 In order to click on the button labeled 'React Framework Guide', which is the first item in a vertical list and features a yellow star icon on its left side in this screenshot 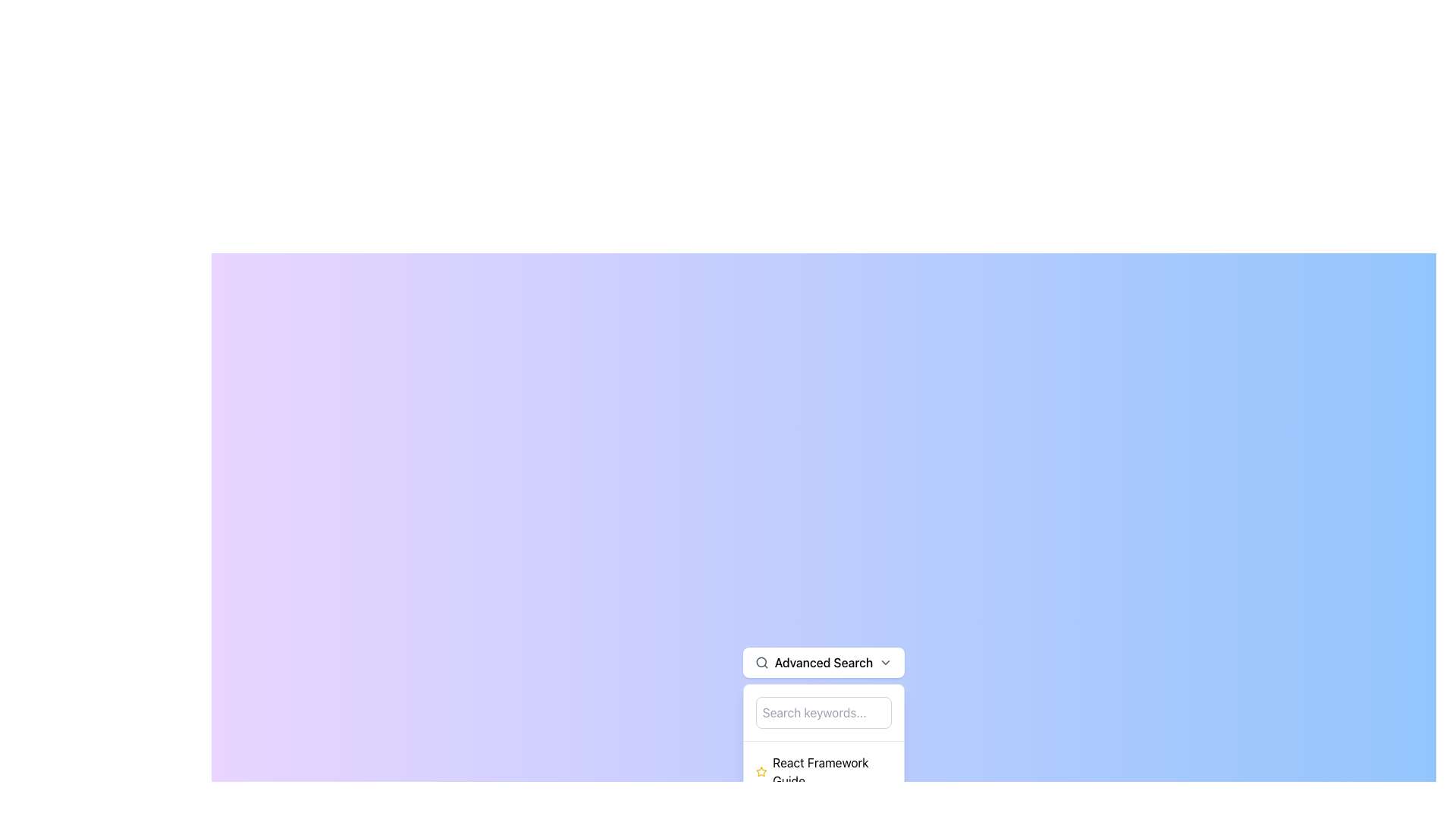, I will do `click(823, 772)`.